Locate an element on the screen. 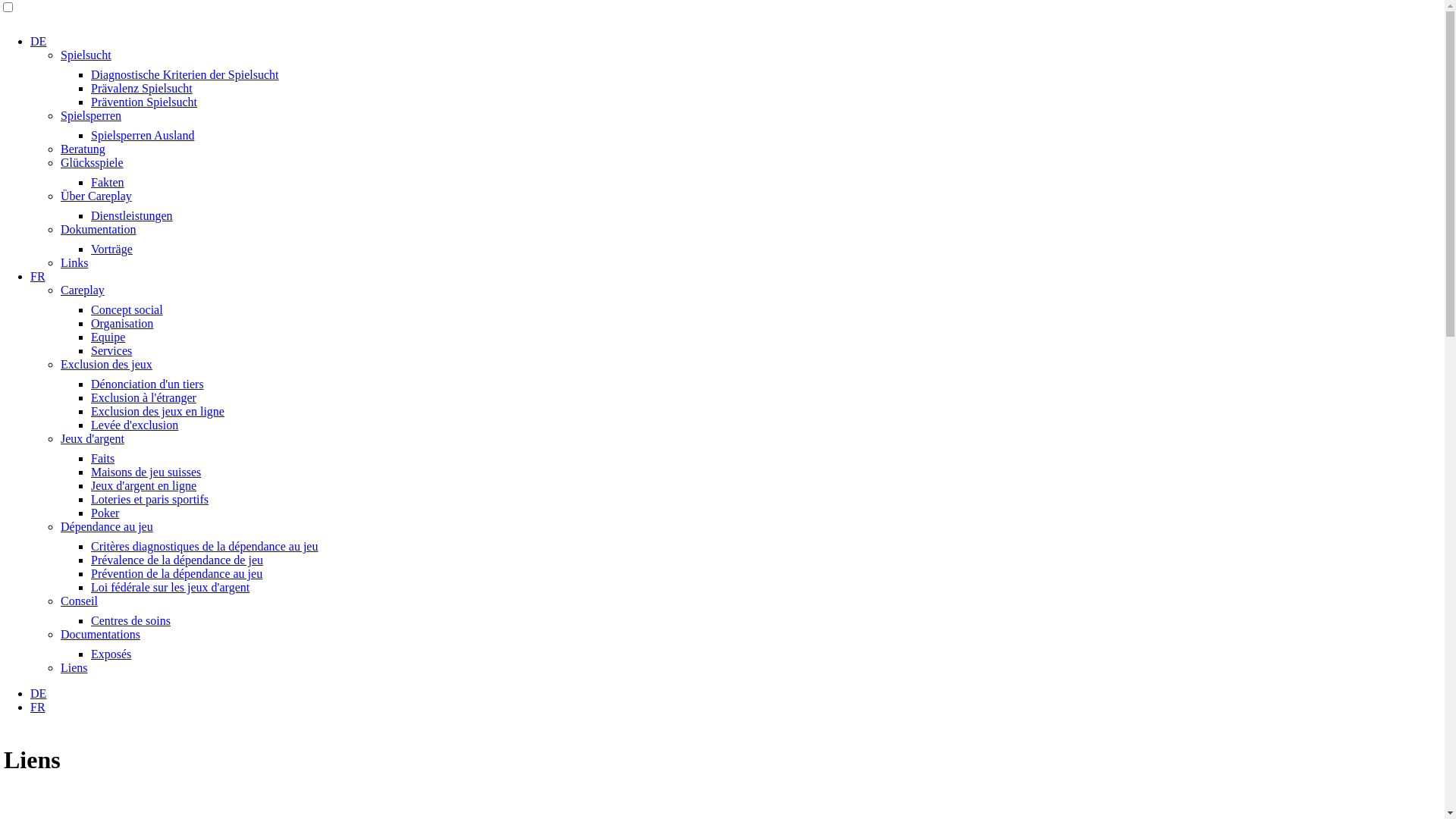 This screenshot has height=819, width=1456. 'Conseil' is located at coordinates (78, 600).